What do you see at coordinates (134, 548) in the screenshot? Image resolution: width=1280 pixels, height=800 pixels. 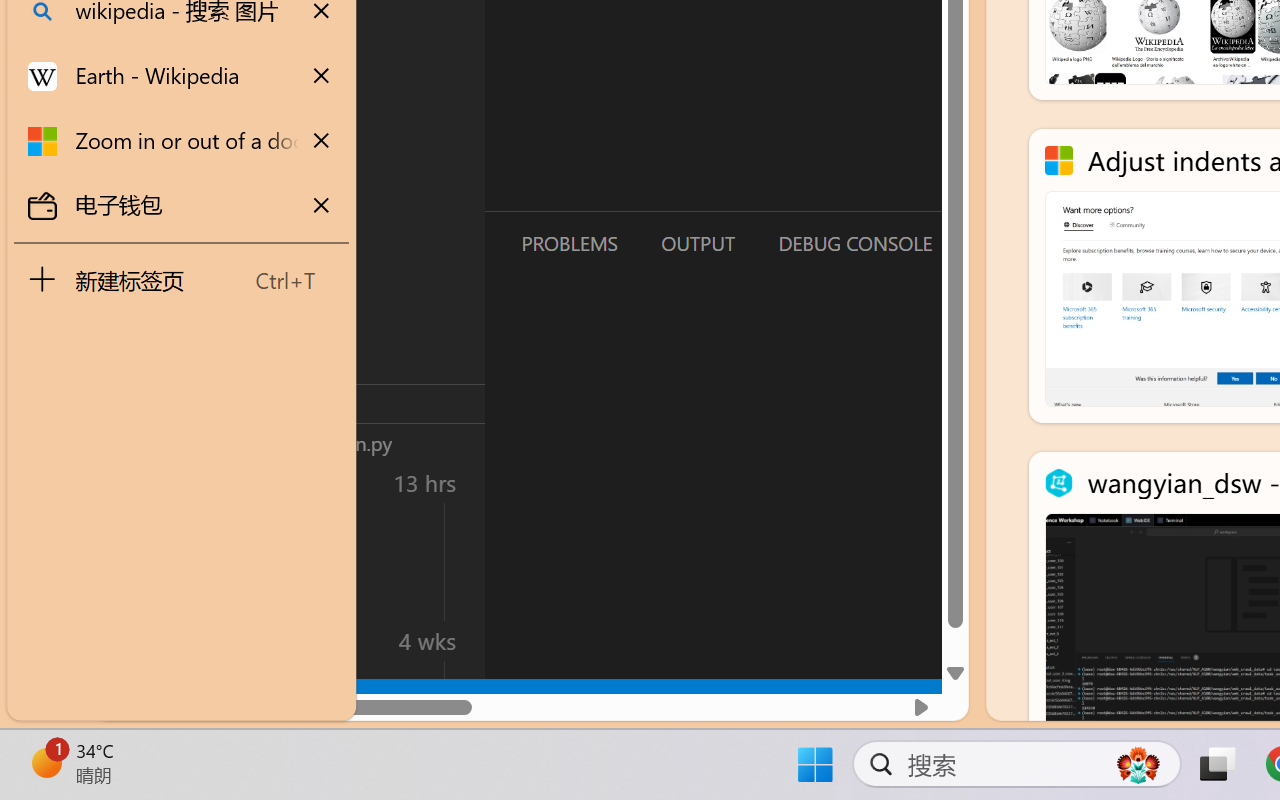 I see `'Accounts - Sign in requested'` at bounding box center [134, 548].